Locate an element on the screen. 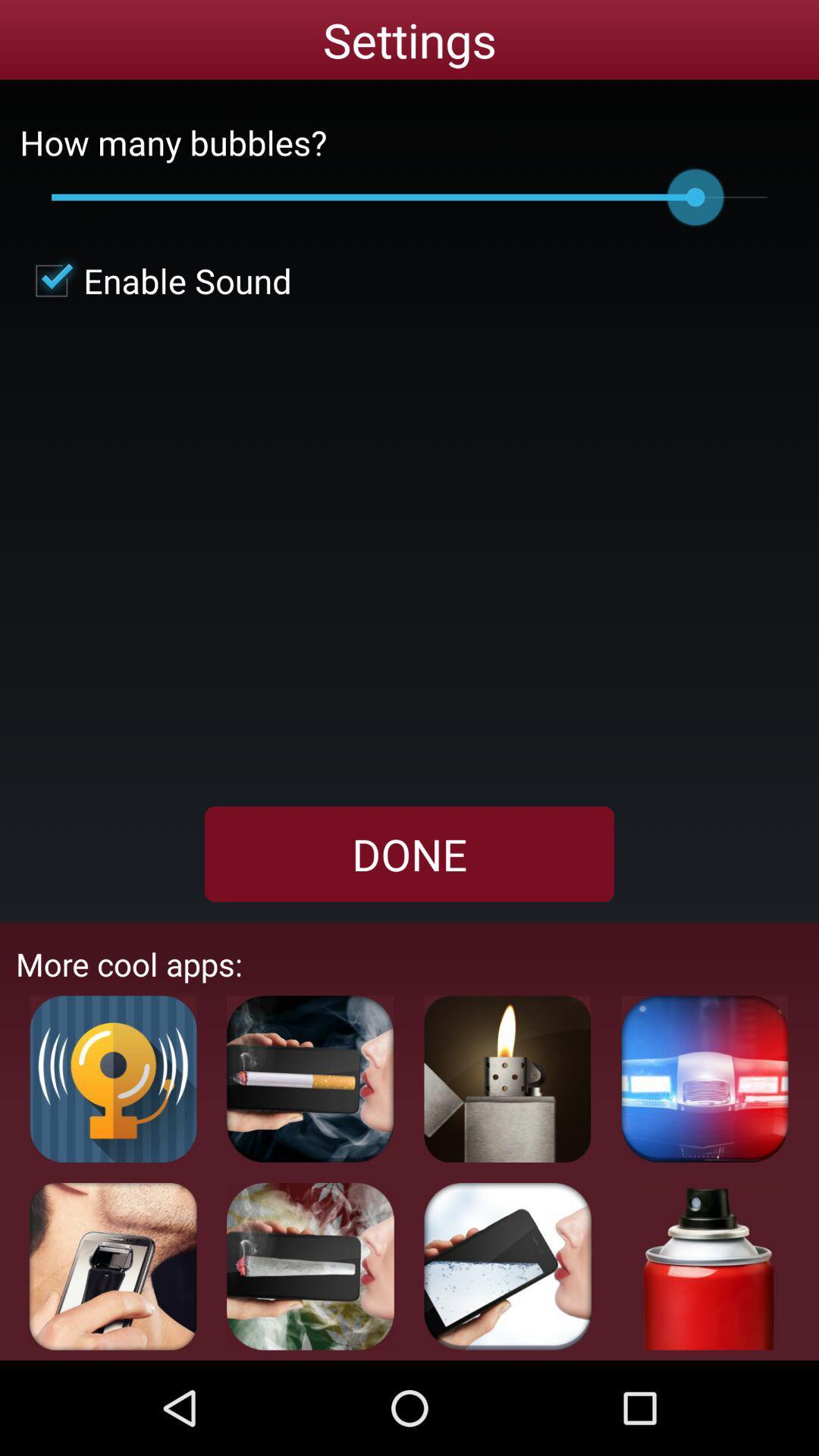  app above more cool apps: app is located at coordinates (409, 854).